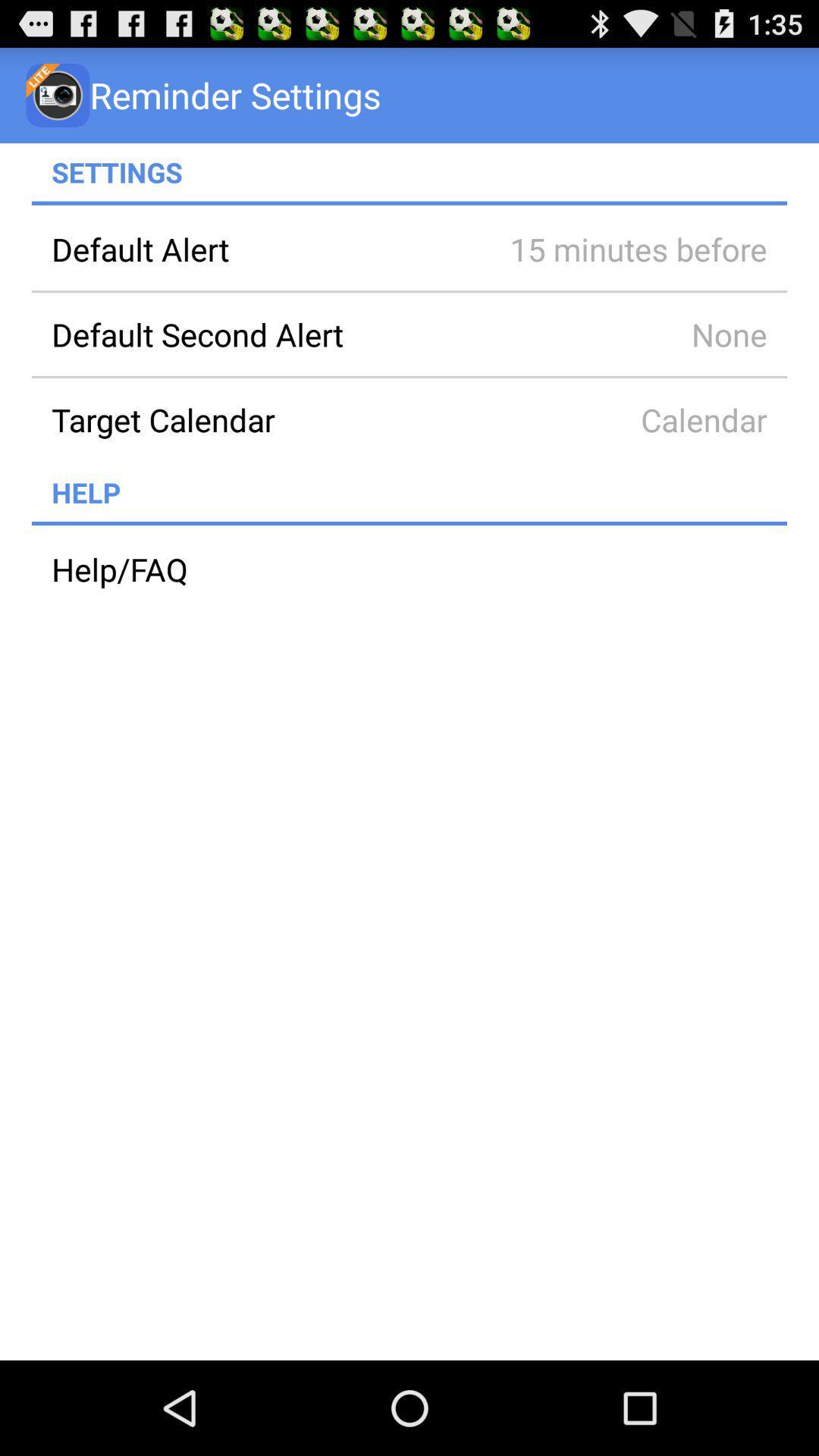 This screenshot has height=1456, width=819. I want to click on target calendar item, so click(259, 419).